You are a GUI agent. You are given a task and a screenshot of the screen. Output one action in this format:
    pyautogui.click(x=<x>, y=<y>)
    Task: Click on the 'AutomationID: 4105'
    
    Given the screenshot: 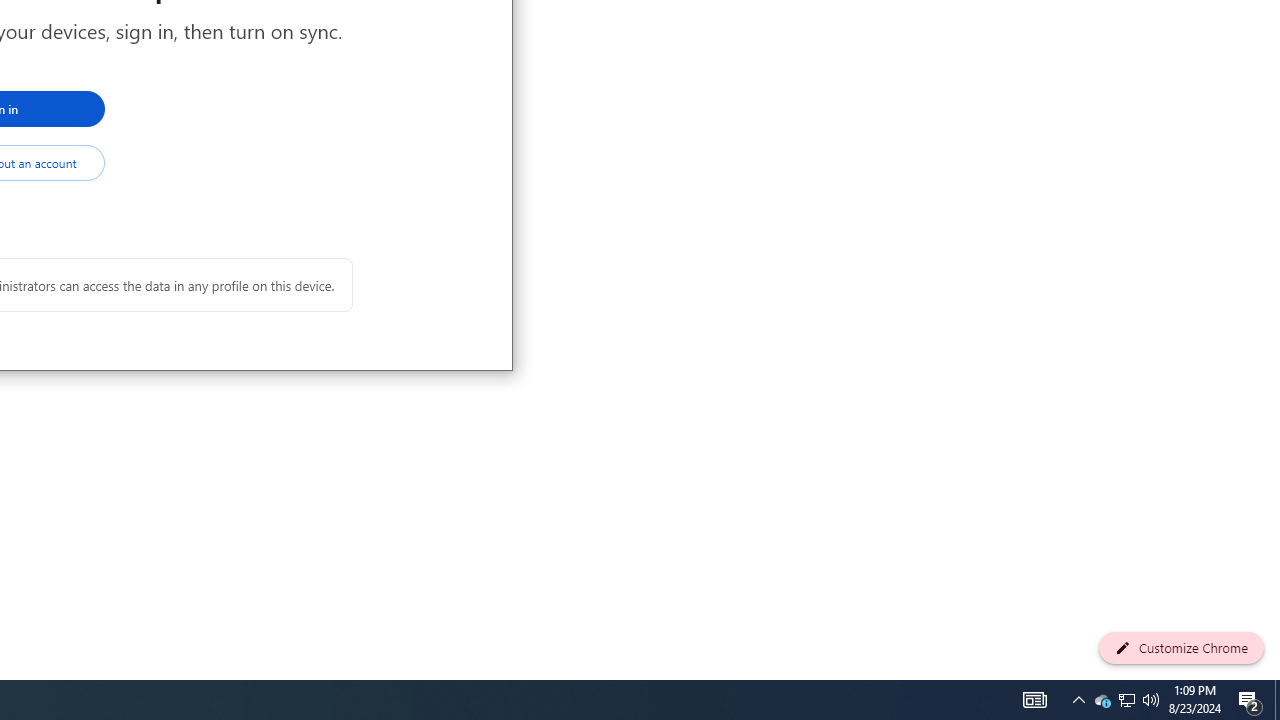 What is the action you would take?
    pyautogui.click(x=1034, y=698)
    